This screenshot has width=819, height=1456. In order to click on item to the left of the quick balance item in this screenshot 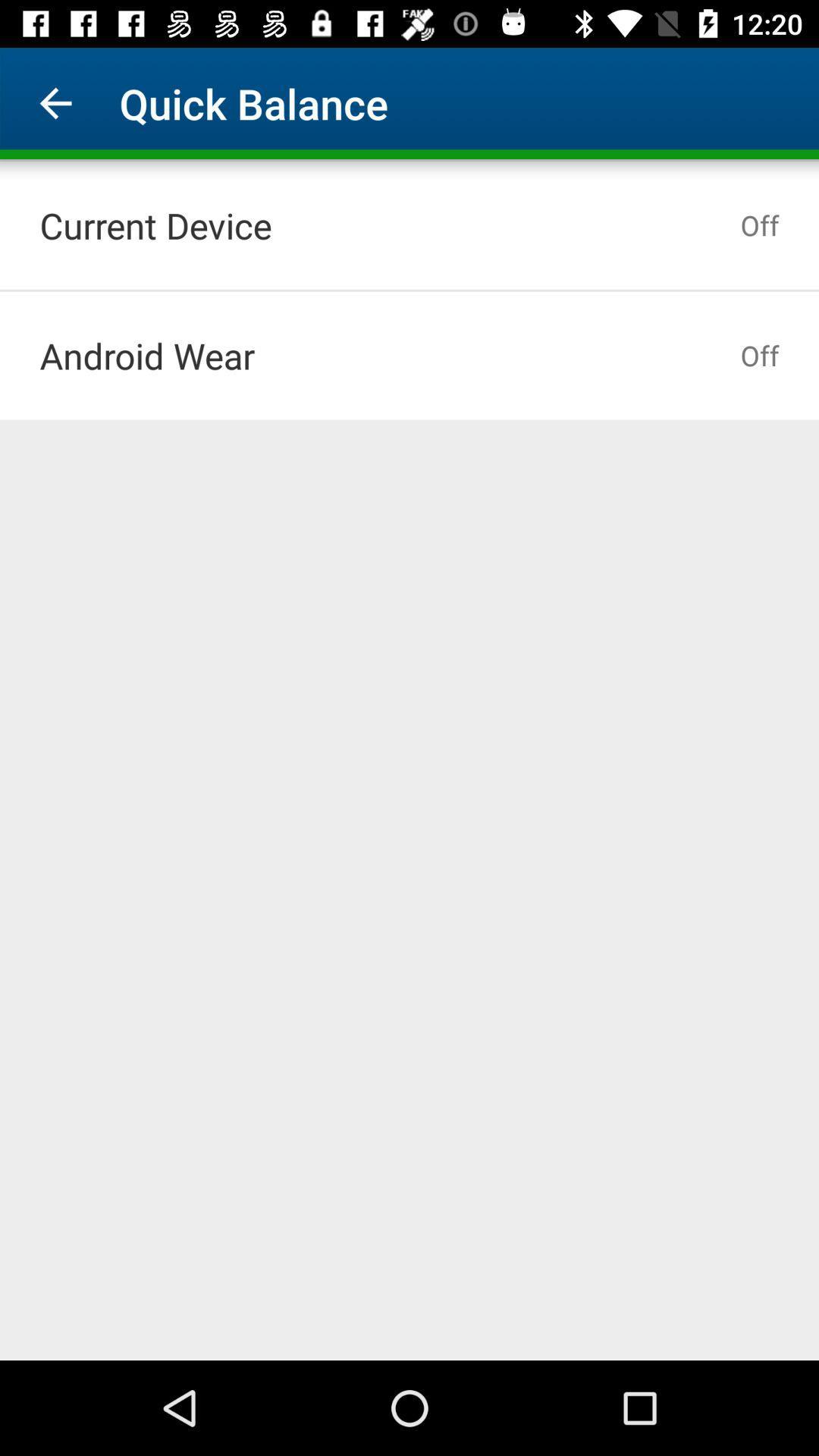, I will do `click(55, 102)`.